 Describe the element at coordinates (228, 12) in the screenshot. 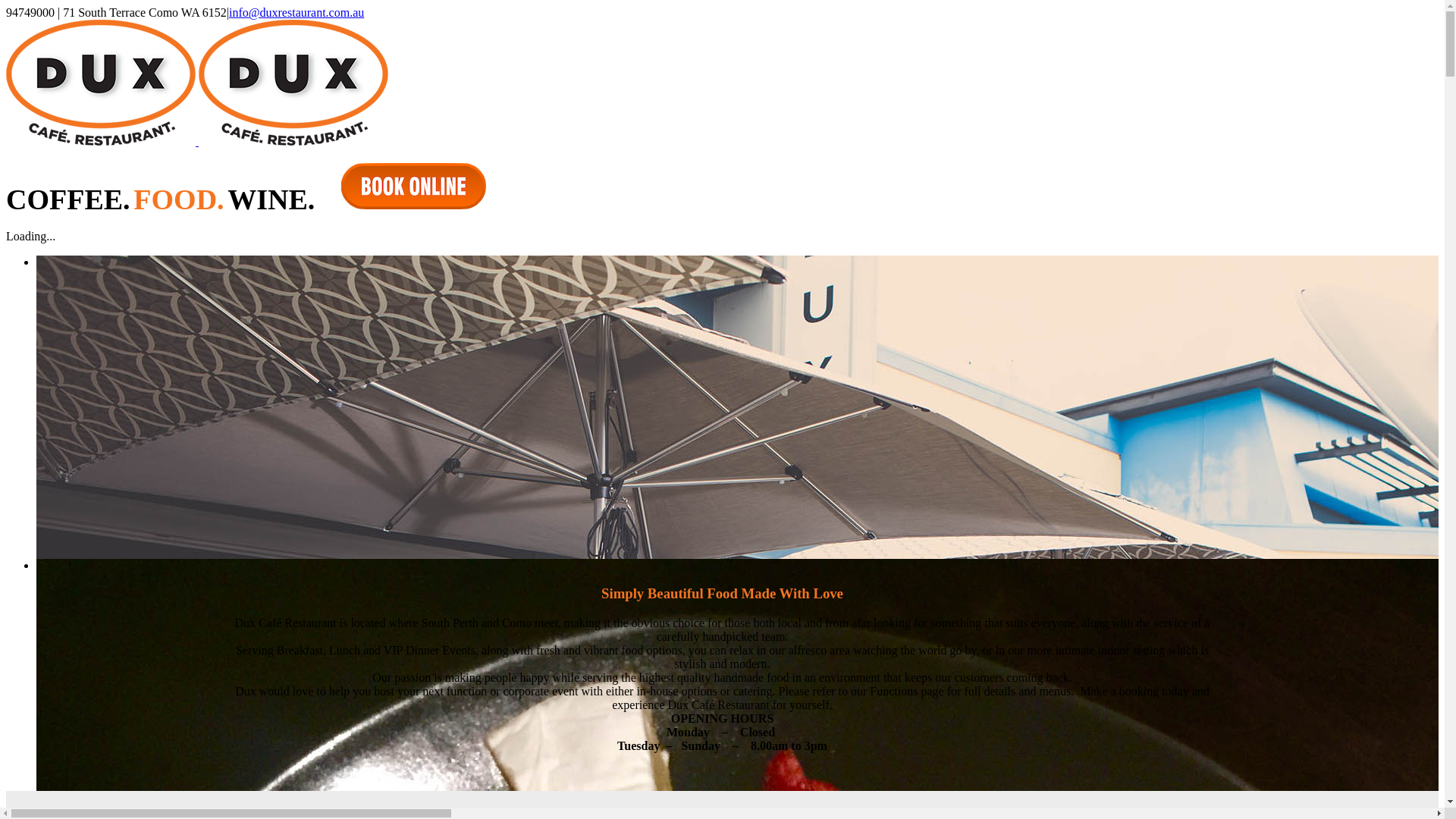

I see `'info@duxrestaurant.com.au'` at that location.